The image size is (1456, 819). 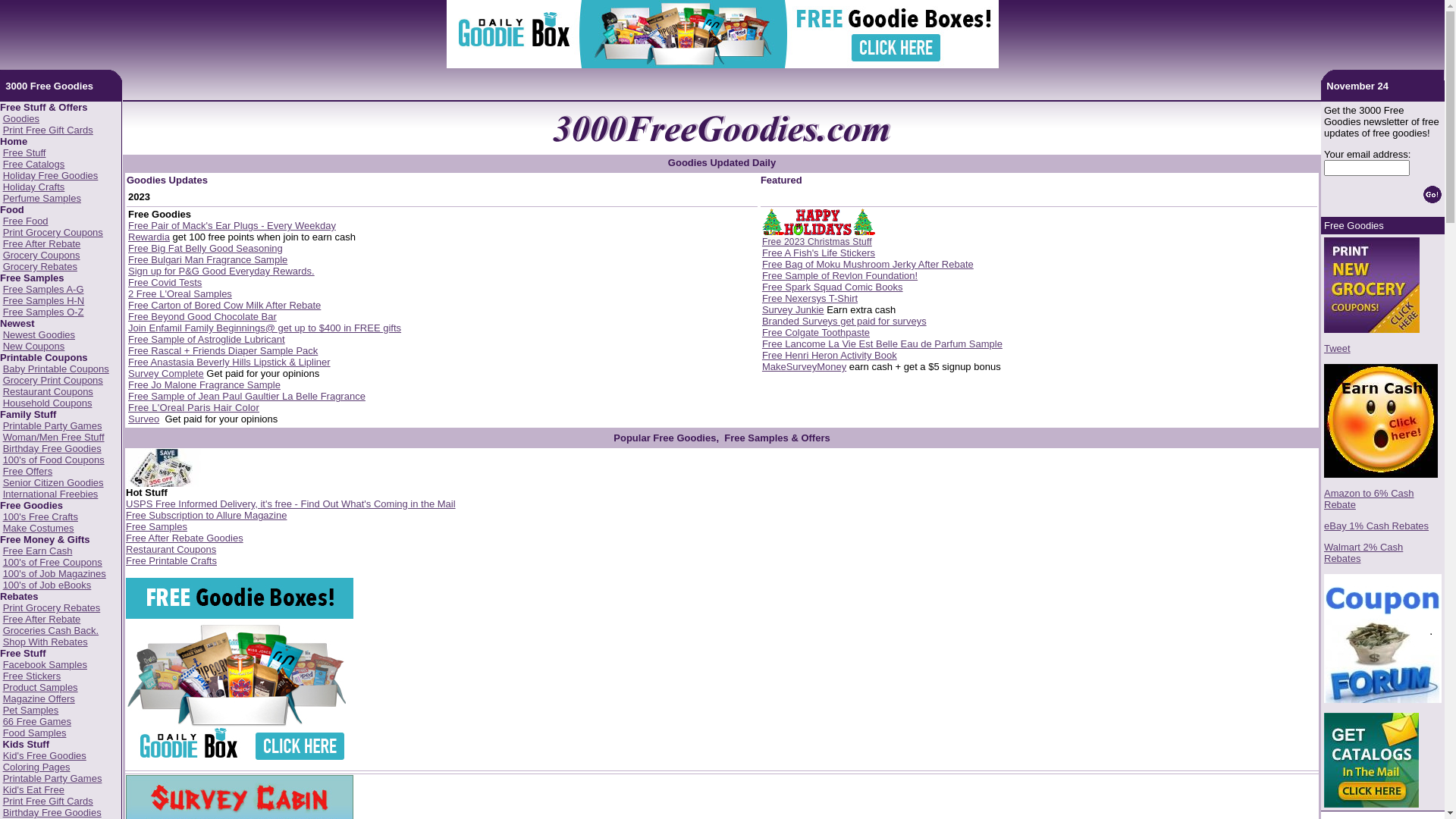 I want to click on 'Free Rascal + Friends Diaper Sample Pack', so click(x=221, y=350).